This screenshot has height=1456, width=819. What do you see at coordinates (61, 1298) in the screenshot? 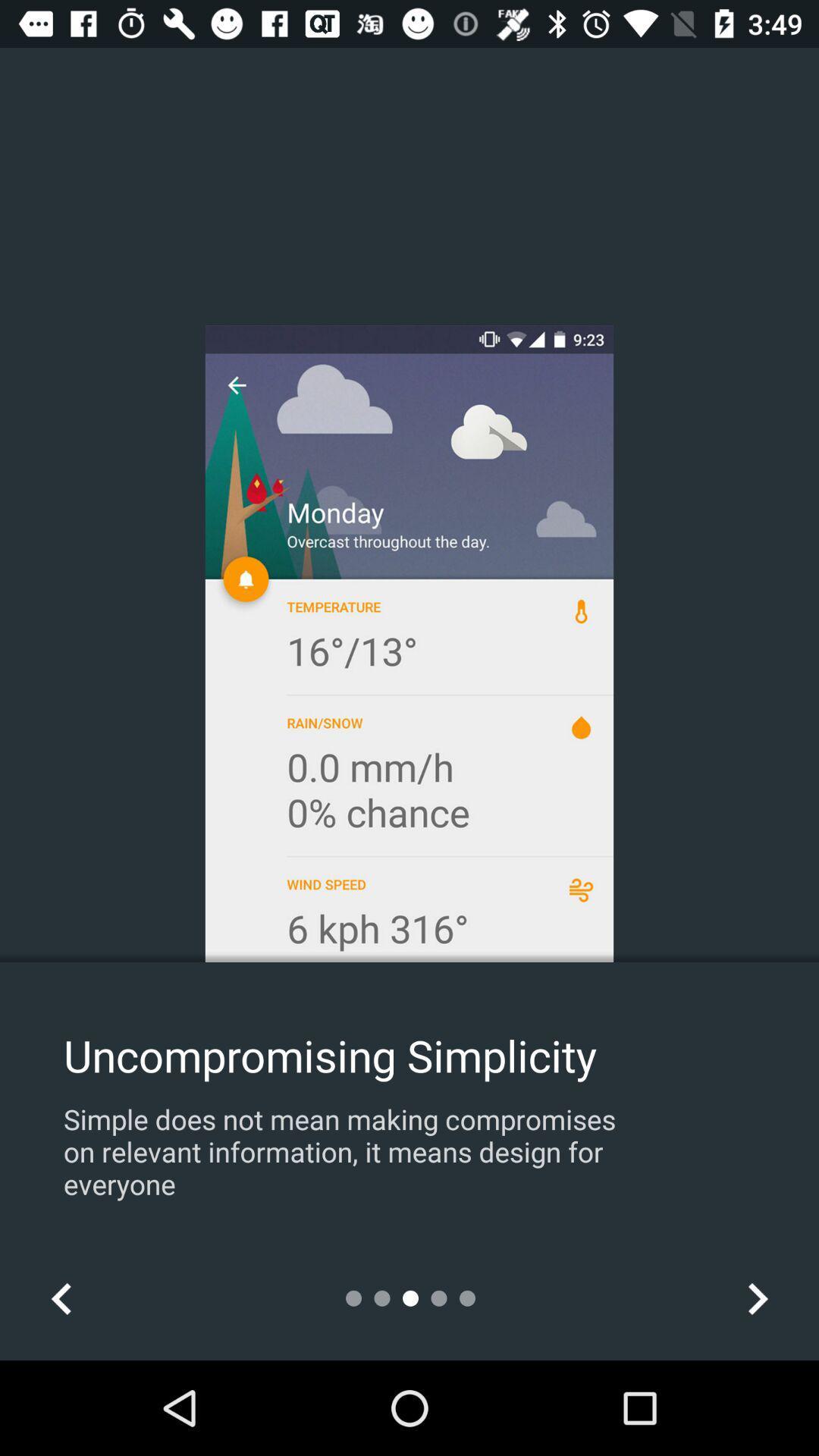
I see `the arrow_backward icon` at bounding box center [61, 1298].